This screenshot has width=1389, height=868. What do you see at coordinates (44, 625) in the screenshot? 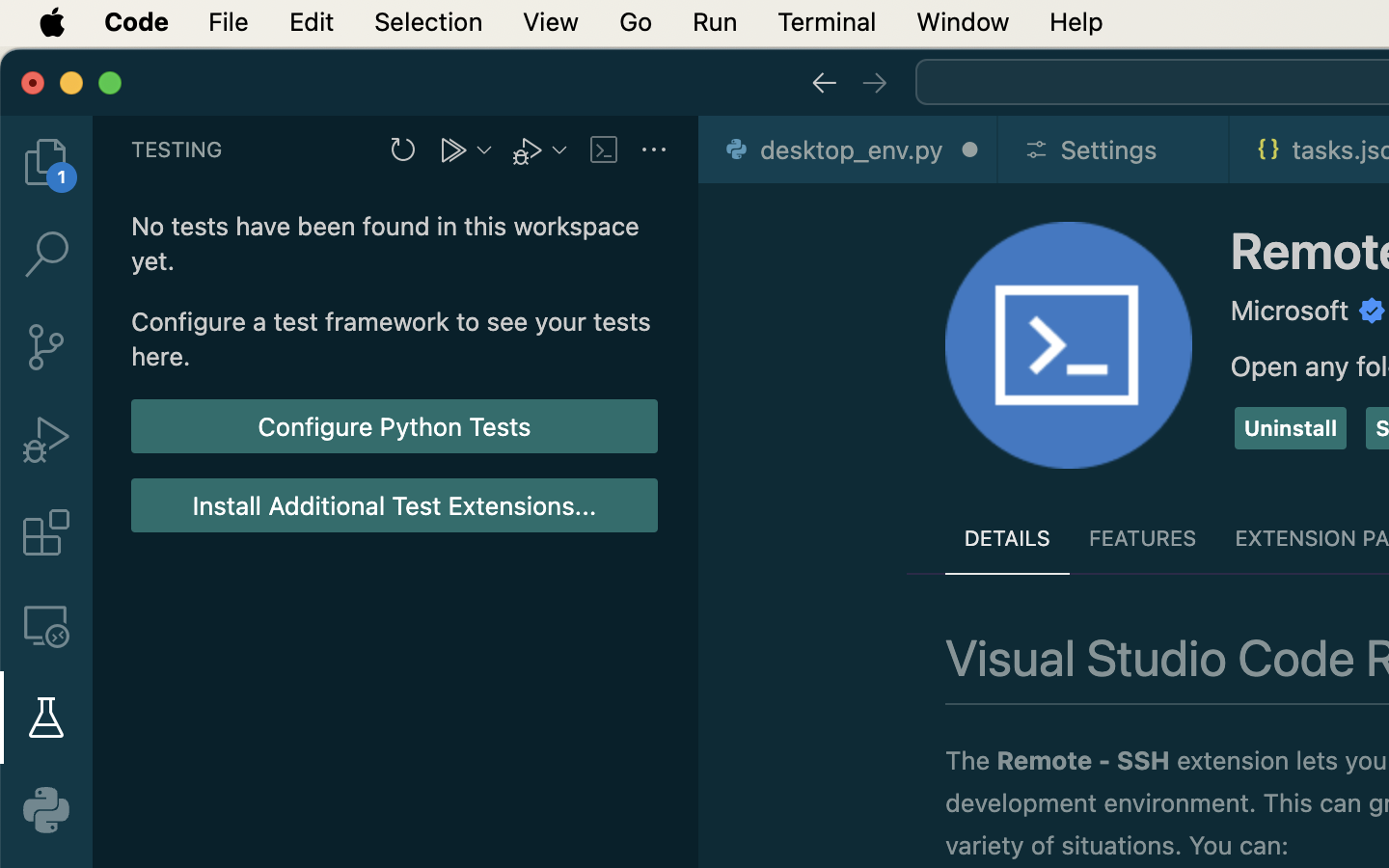
I see `''` at bounding box center [44, 625].